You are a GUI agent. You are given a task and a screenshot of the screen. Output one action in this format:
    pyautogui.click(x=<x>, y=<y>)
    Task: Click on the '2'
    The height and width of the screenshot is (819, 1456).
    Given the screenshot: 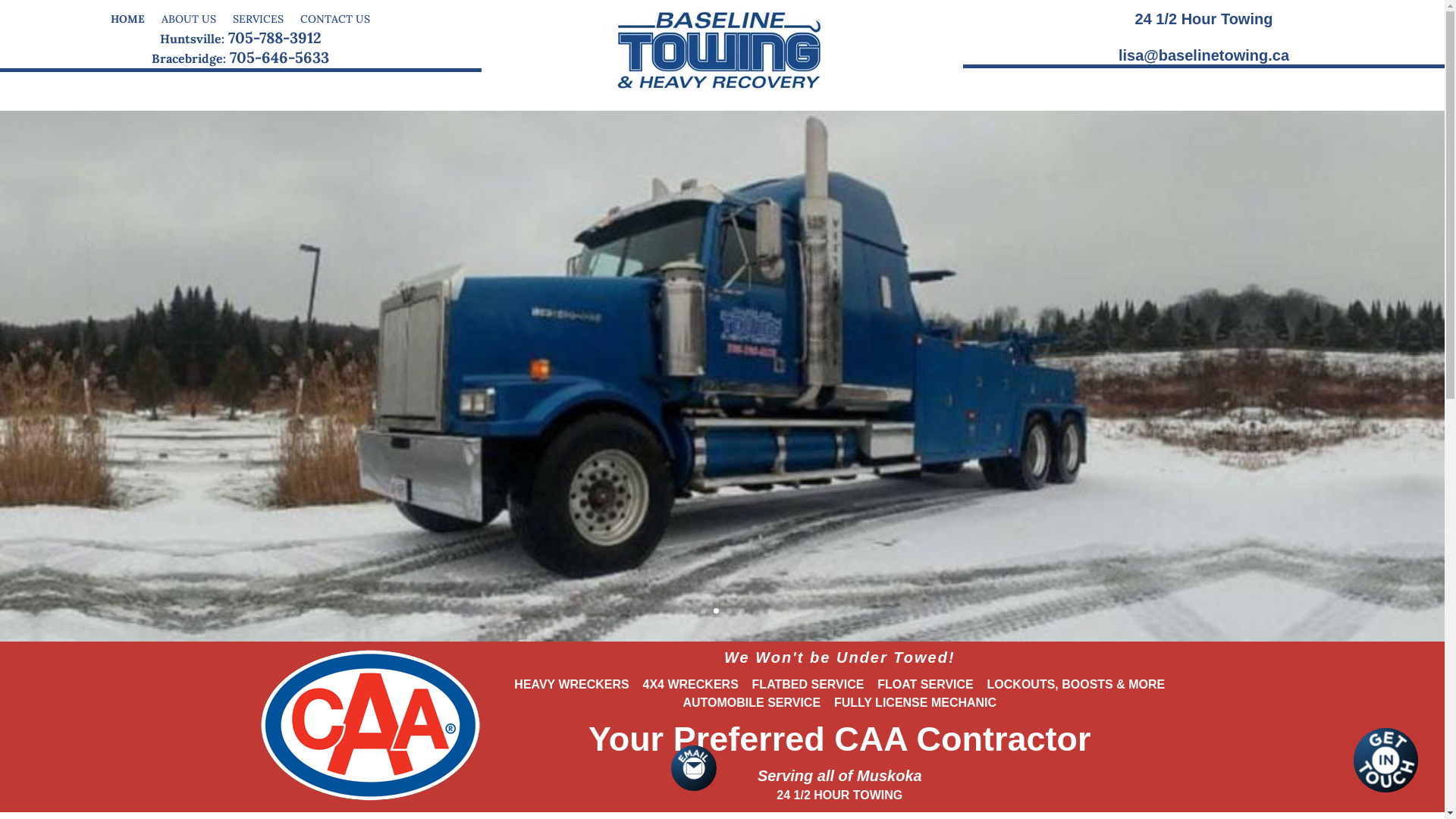 What is the action you would take?
    pyautogui.click(x=712, y=610)
    